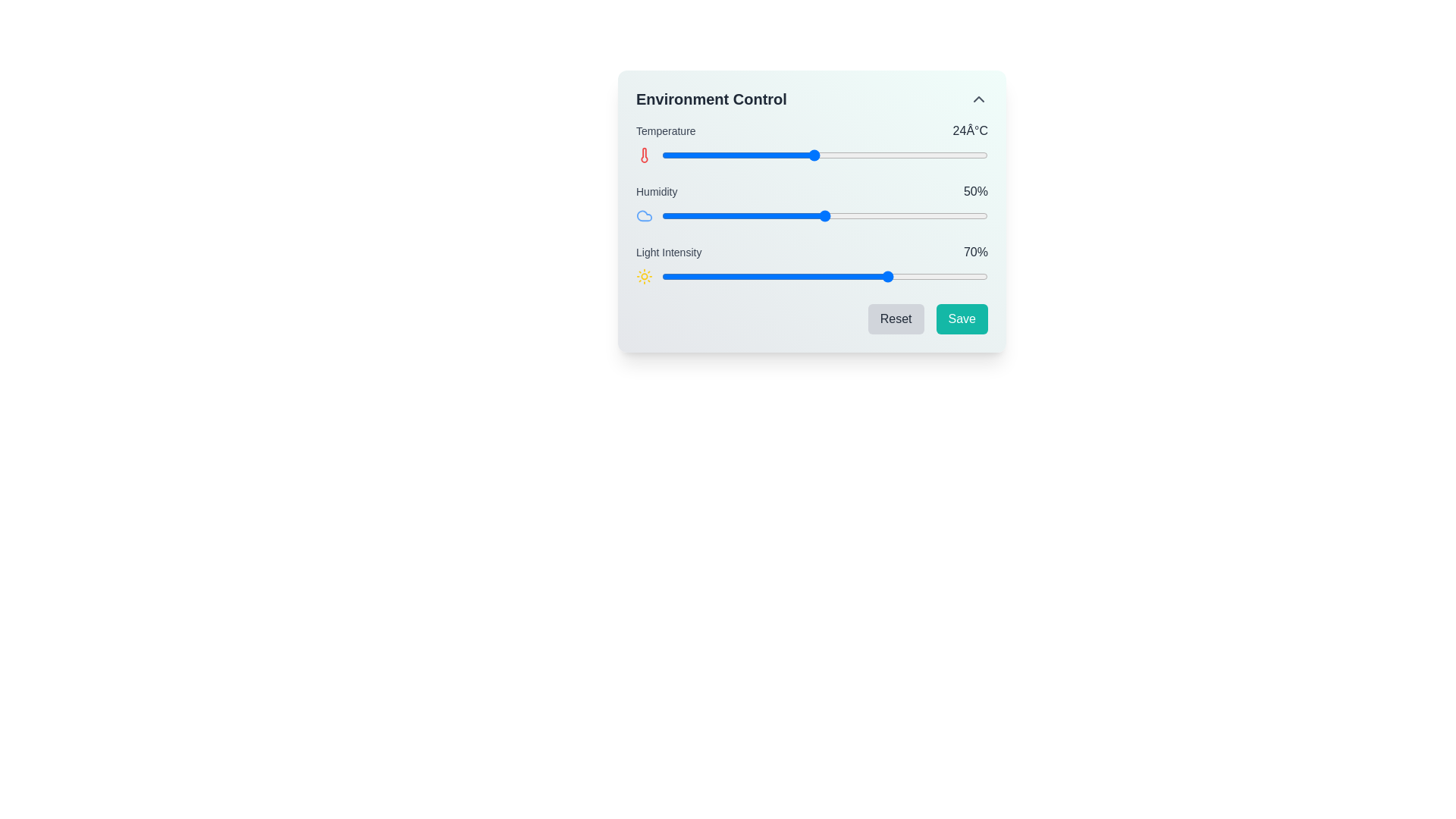  I want to click on light intensity, so click(938, 277).